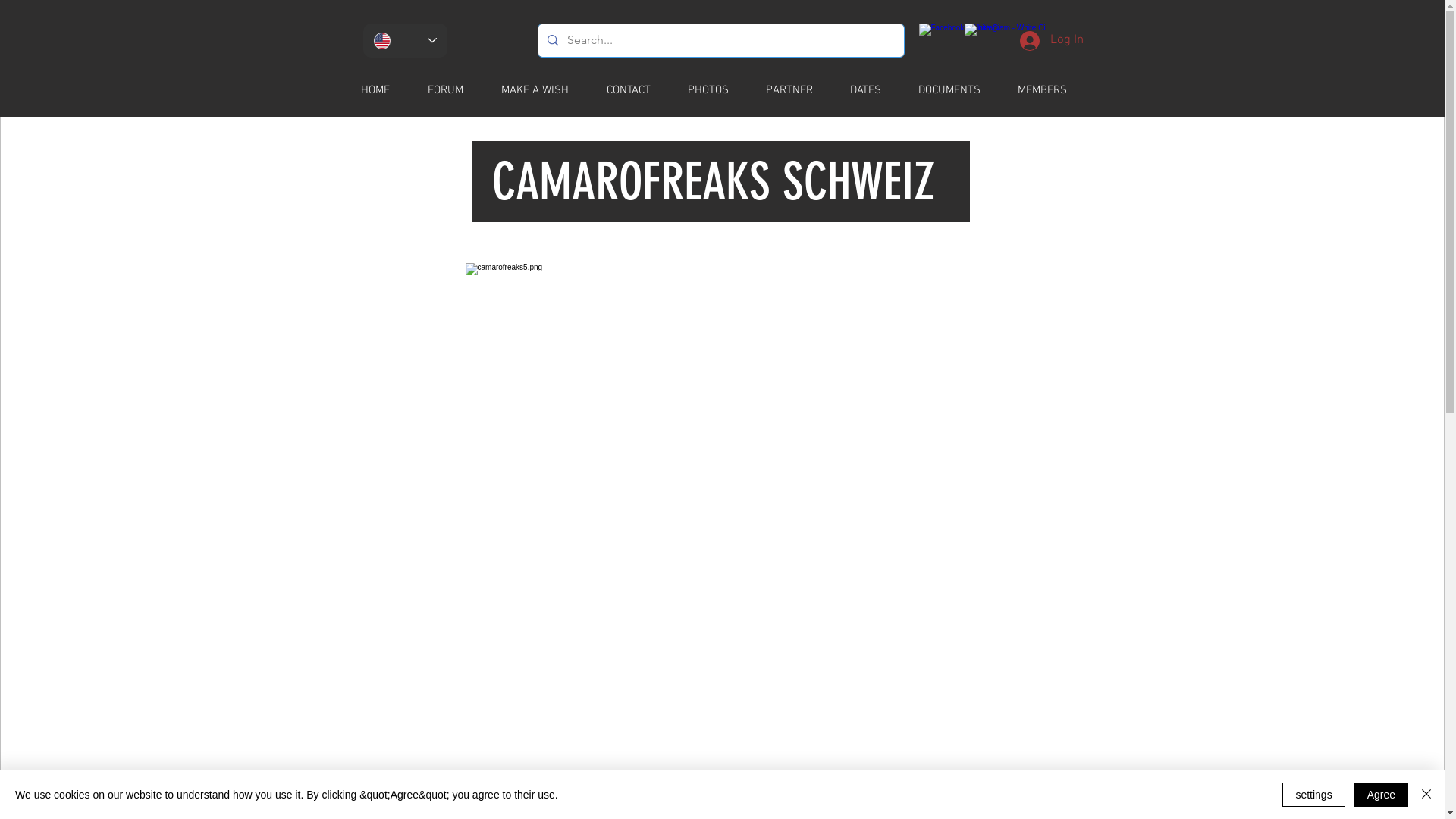 This screenshot has width=1456, height=819. What do you see at coordinates (1050, 40) in the screenshot?
I see `'Log In'` at bounding box center [1050, 40].